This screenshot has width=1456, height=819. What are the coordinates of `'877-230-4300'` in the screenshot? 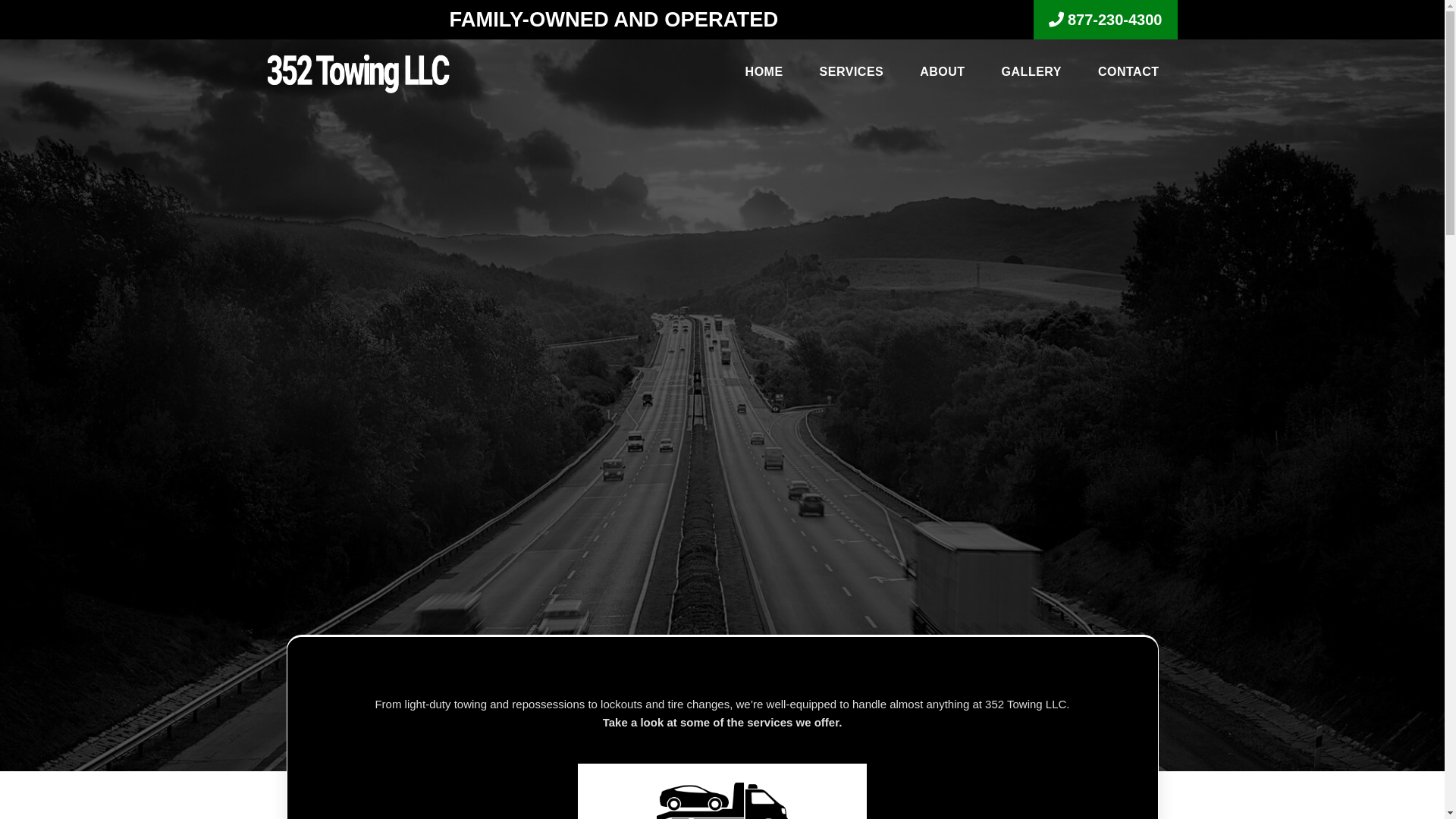 It's located at (1106, 20).